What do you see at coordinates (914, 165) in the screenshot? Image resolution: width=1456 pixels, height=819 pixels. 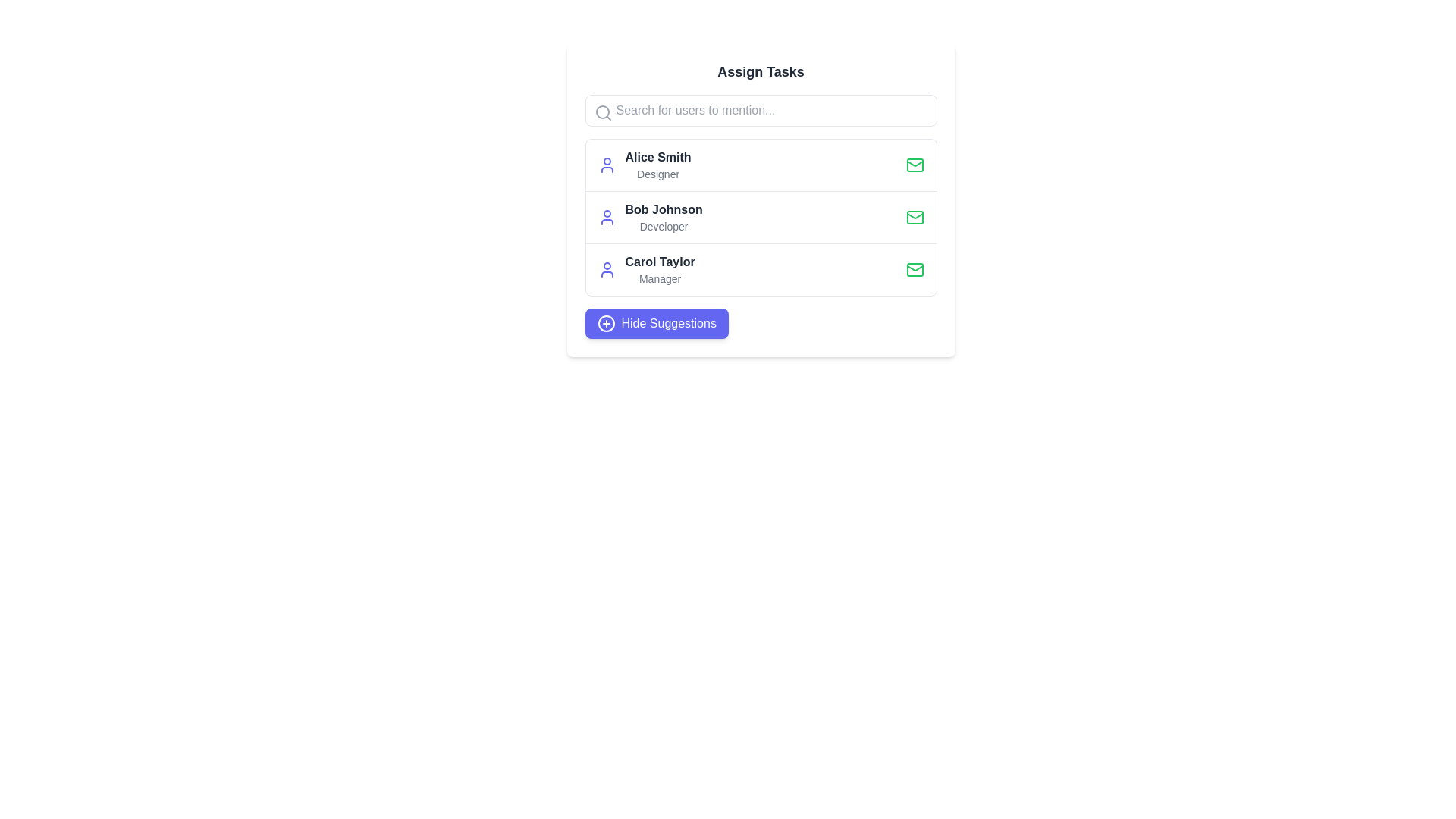 I see `the message icon located at the farthest-right of the first list entry row labeled 'Alice Smith Designer'` at bounding box center [914, 165].